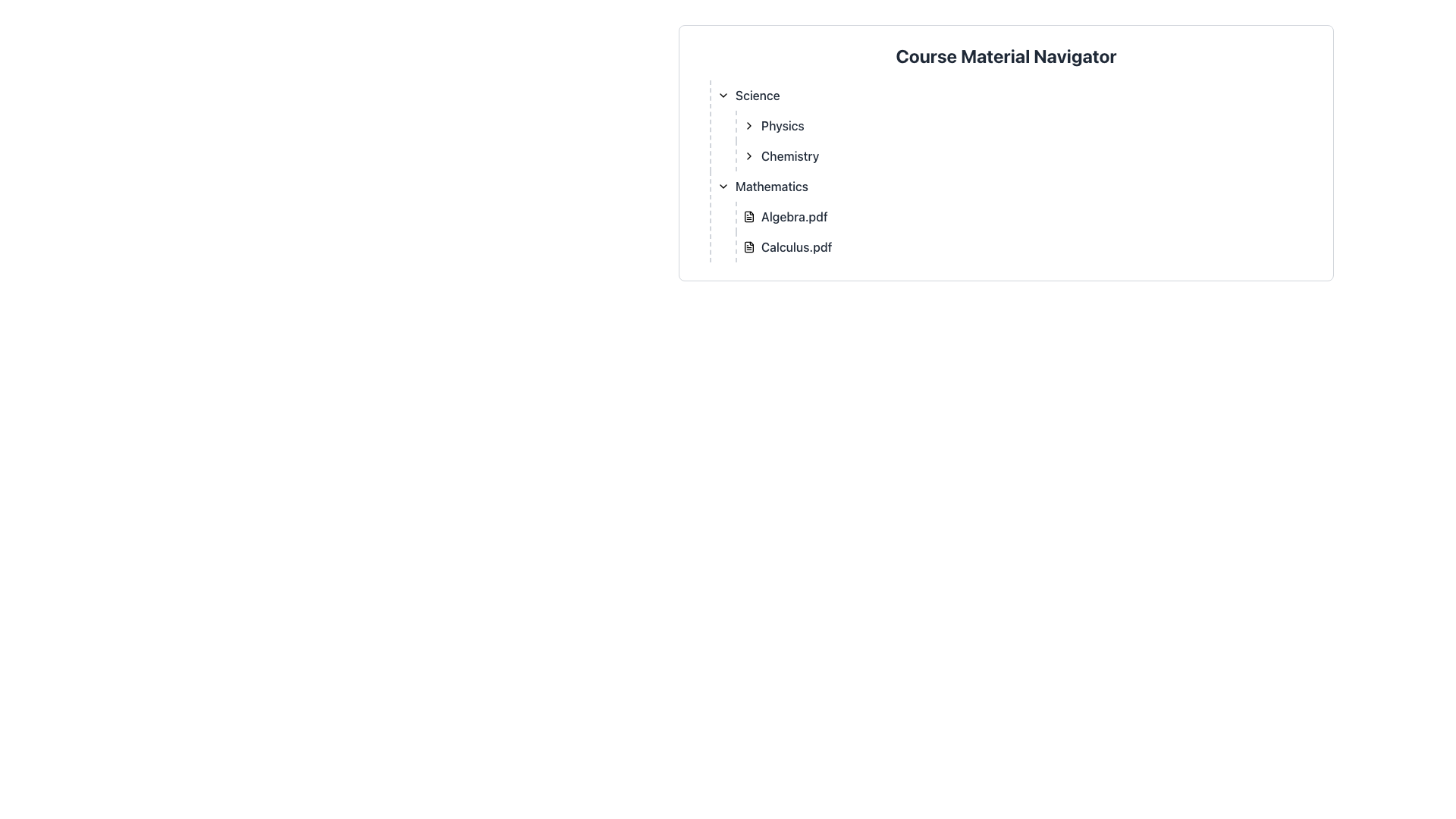 The width and height of the screenshot is (1456, 819). I want to click on the icon that indicates the state of the 'Mathematics' section in the course material navigator, so click(723, 186).